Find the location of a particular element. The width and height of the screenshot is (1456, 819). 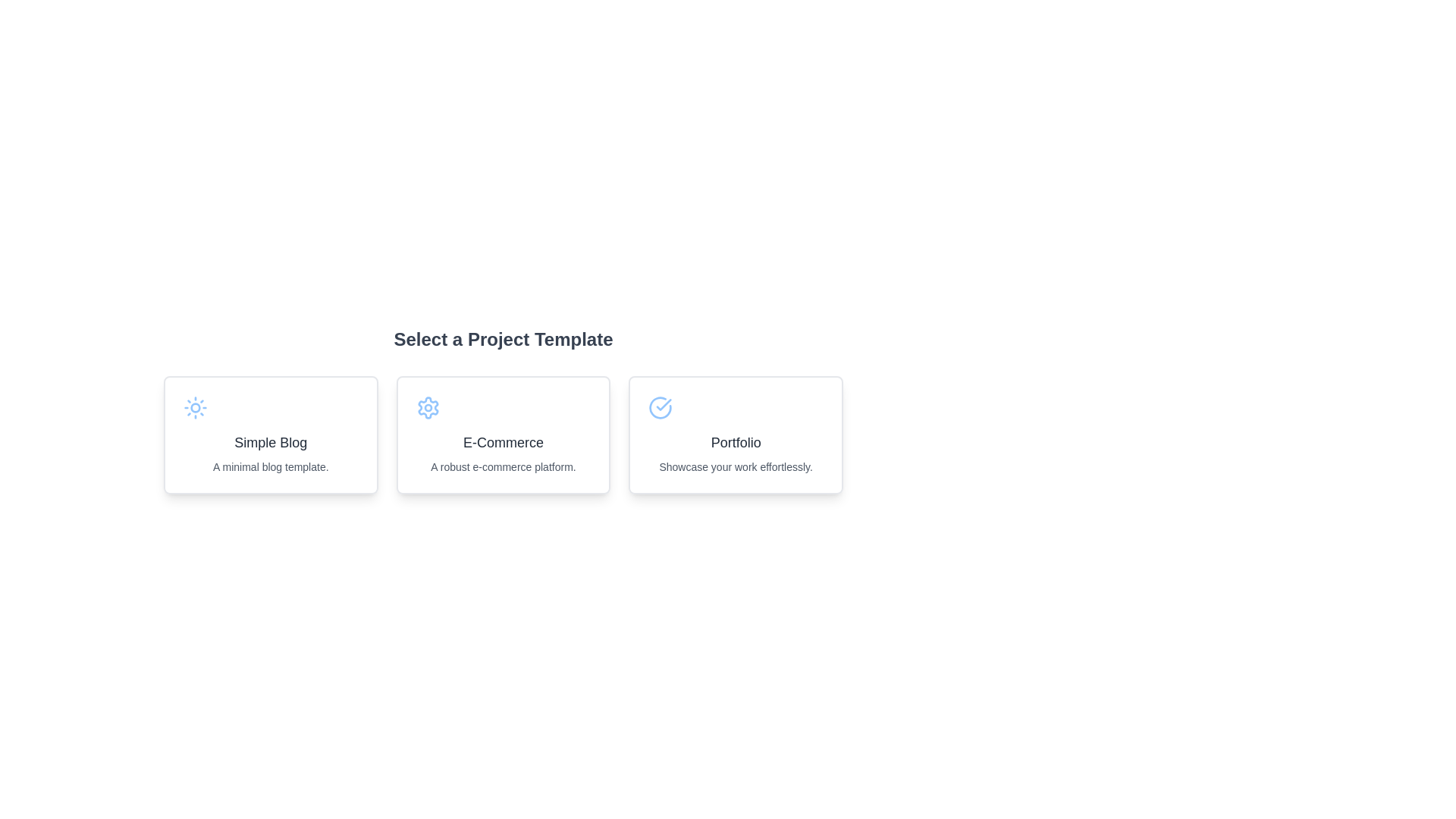

the decorative icon representing brightness or positivity located at the top-center of the 'Simple Blog' card, above the text 'Simple Blog' and 'A minimal blog template.' is located at coordinates (195, 406).